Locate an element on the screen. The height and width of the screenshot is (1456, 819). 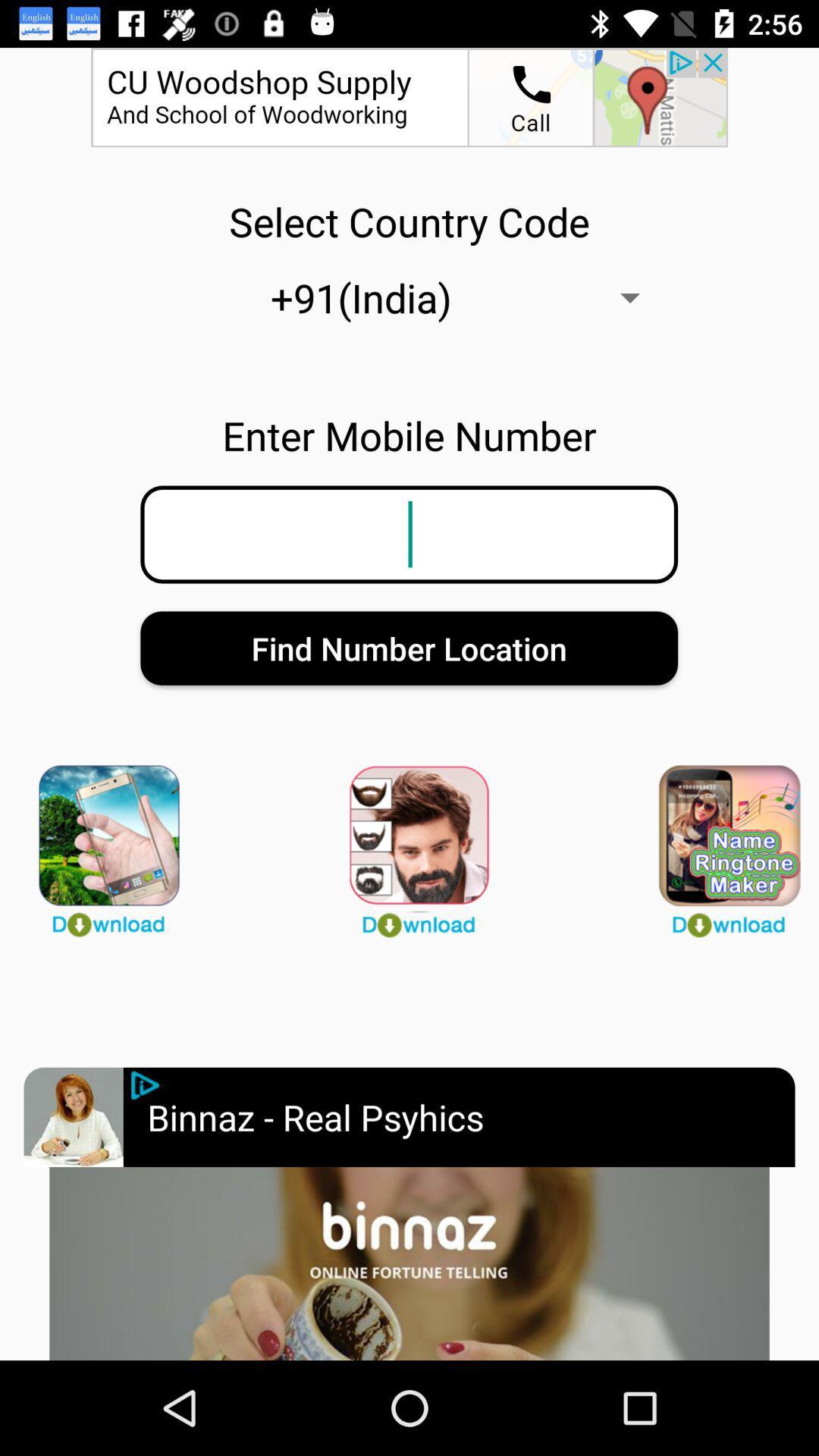
press beard advertisement is located at coordinates (409, 843).